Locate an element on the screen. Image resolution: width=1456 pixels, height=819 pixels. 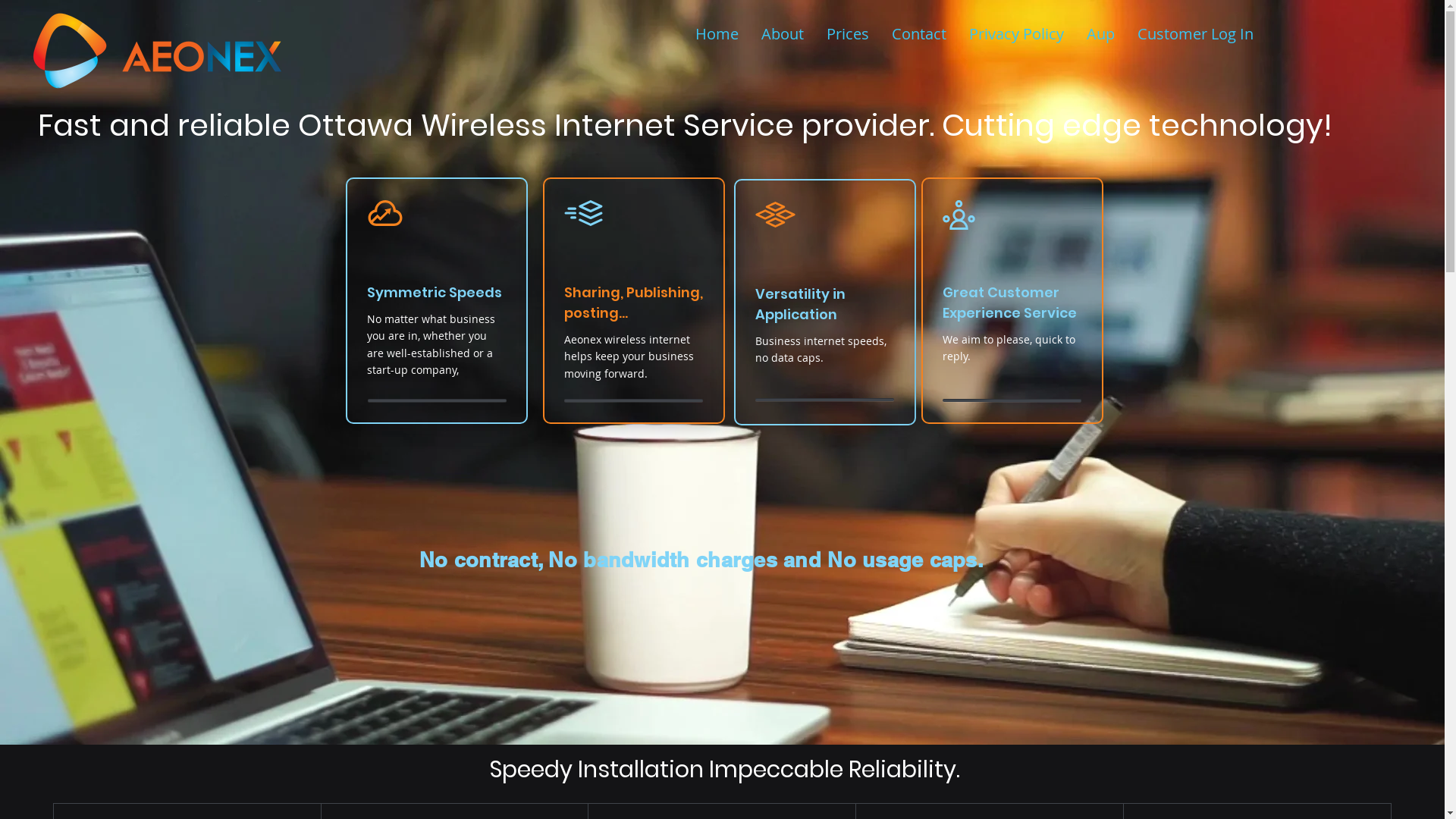
'About' is located at coordinates (783, 34).